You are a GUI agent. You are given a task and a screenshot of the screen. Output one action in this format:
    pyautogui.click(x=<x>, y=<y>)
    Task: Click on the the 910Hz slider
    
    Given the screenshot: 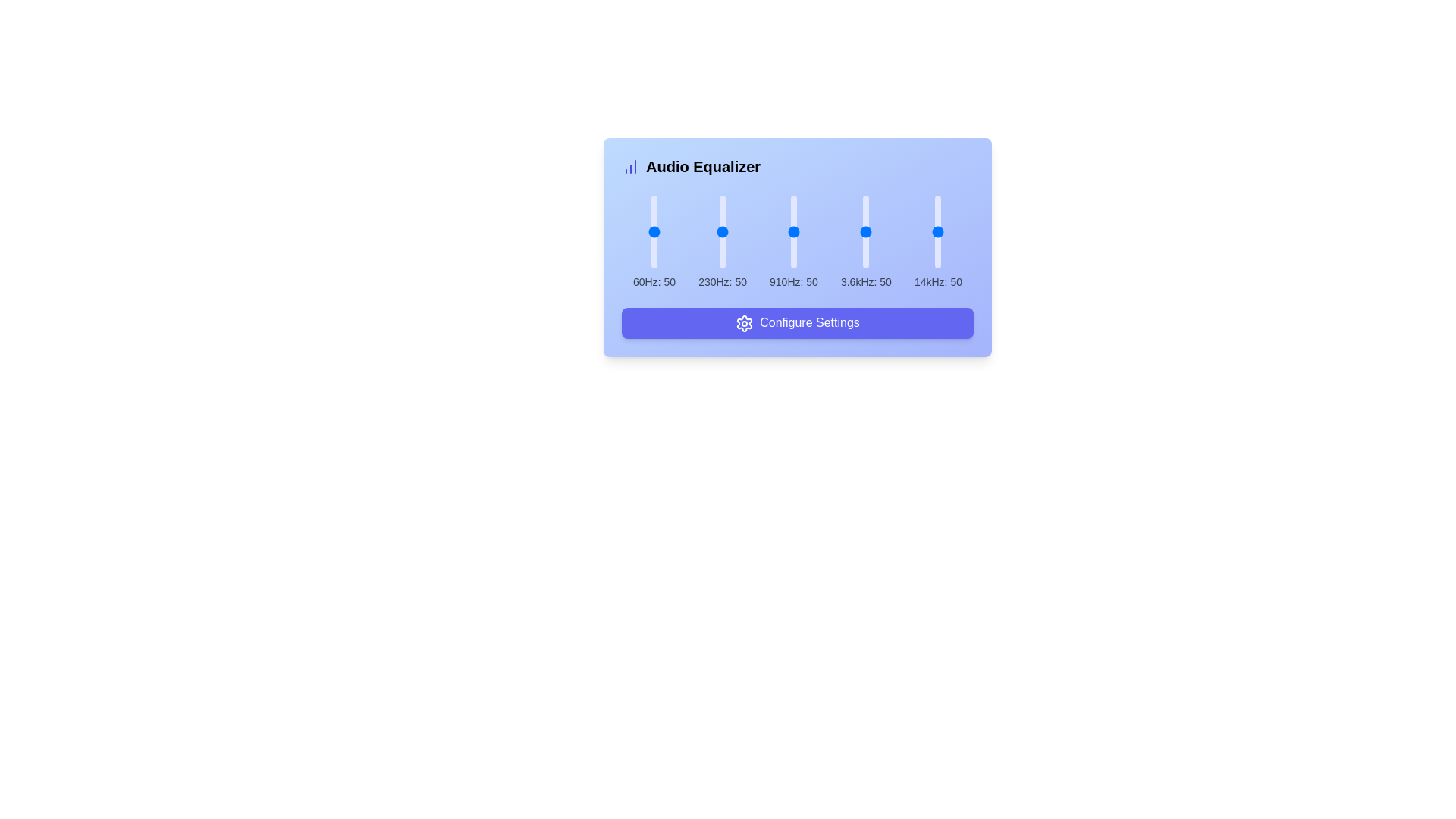 What is the action you would take?
    pyautogui.click(x=792, y=246)
    